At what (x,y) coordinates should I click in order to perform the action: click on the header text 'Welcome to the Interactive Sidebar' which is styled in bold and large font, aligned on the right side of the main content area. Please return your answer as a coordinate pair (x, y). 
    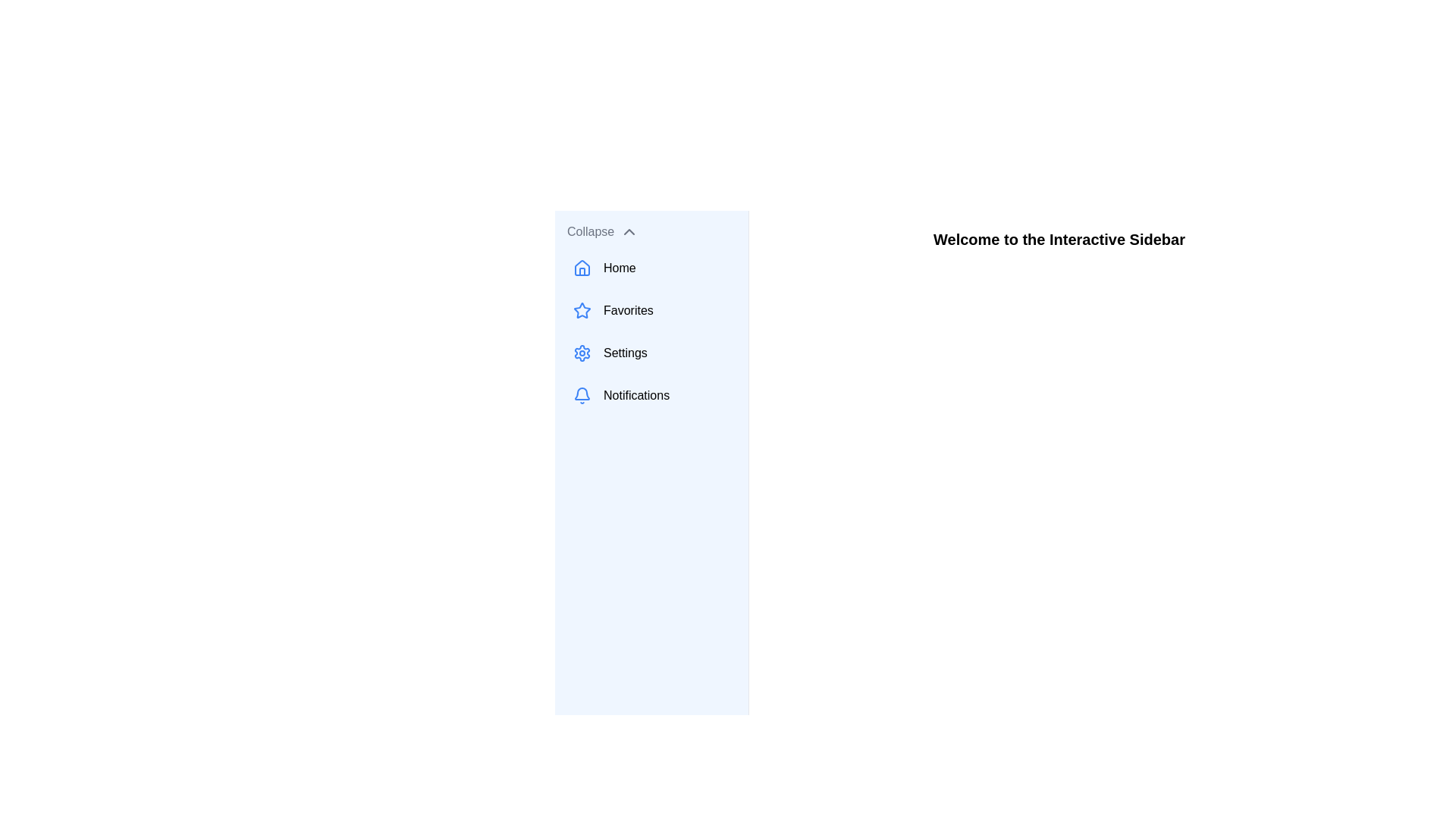
    Looking at the image, I should click on (1058, 239).